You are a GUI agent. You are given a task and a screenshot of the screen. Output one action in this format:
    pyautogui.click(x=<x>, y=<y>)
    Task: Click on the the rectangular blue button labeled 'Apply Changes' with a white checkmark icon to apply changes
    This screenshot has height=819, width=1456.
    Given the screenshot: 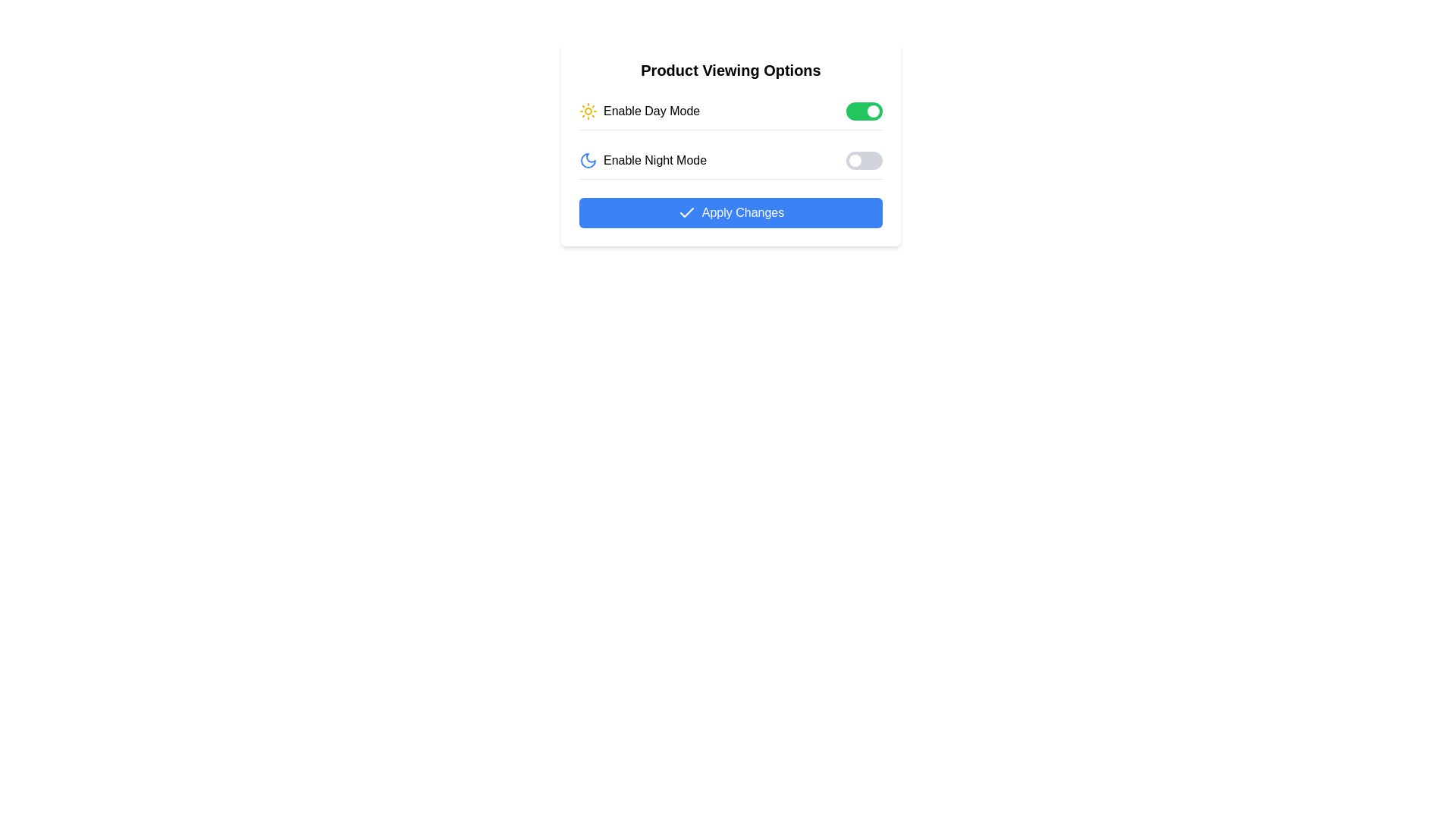 What is the action you would take?
    pyautogui.click(x=731, y=213)
    